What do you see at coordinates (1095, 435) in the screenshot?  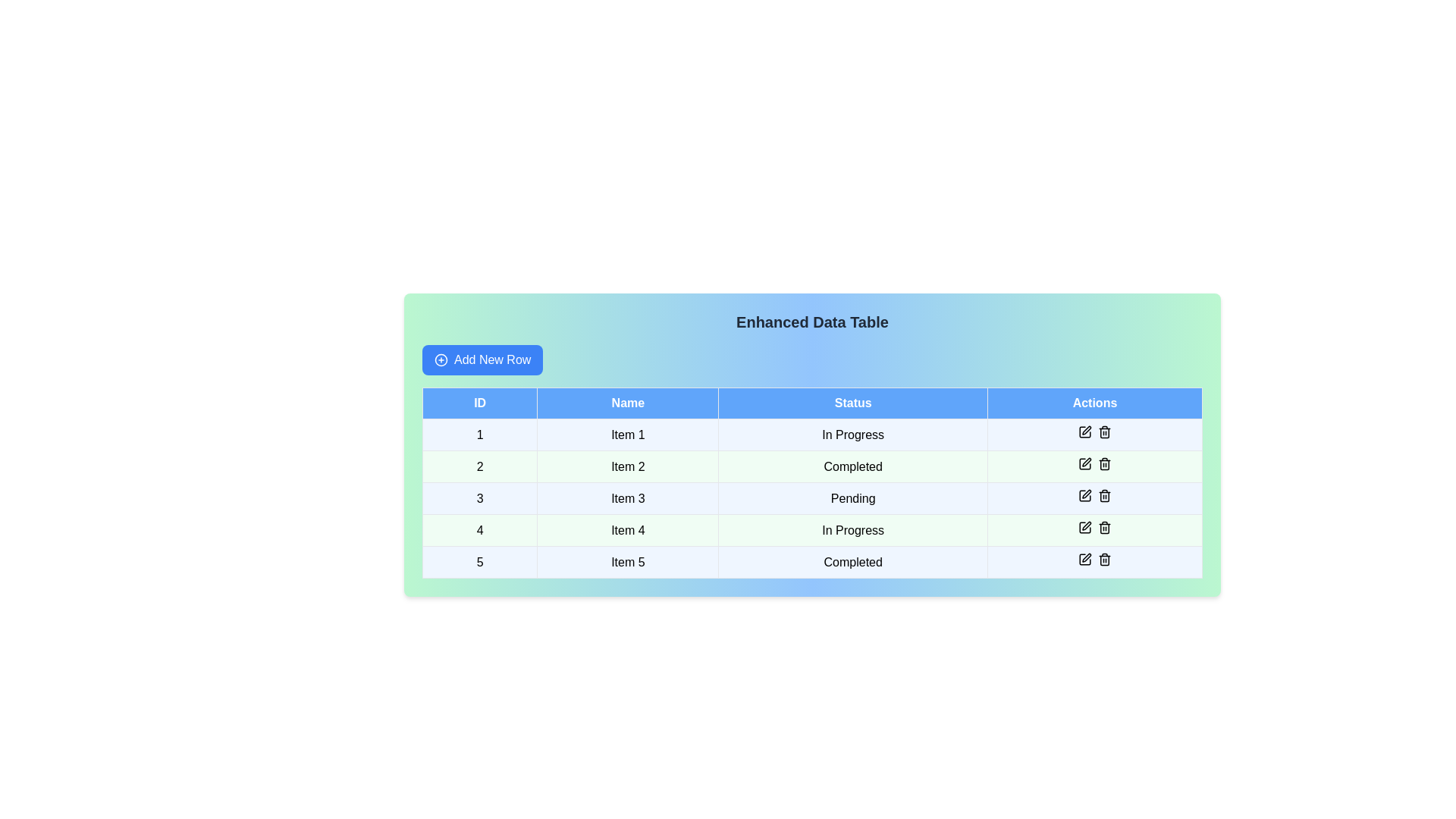 I see `the trash bin icon in the first row of the 'Actions' column` at bounding box center [1095, 435].